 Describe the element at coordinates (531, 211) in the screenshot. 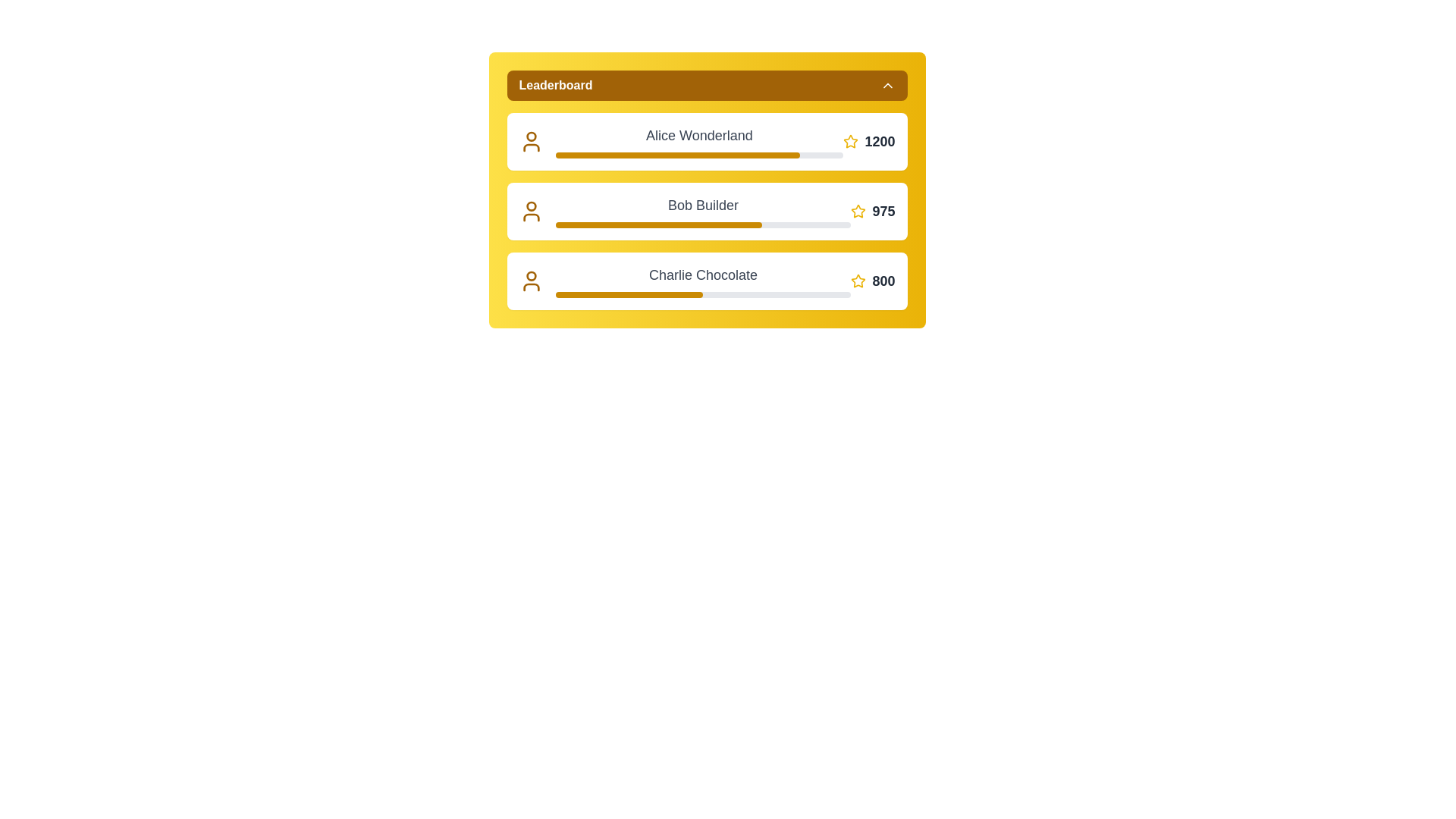

I see `the user icon, a yellow outline of a person, located to the left of the name 'Bob Builder' in the second entry of the leaderboard` at that location.